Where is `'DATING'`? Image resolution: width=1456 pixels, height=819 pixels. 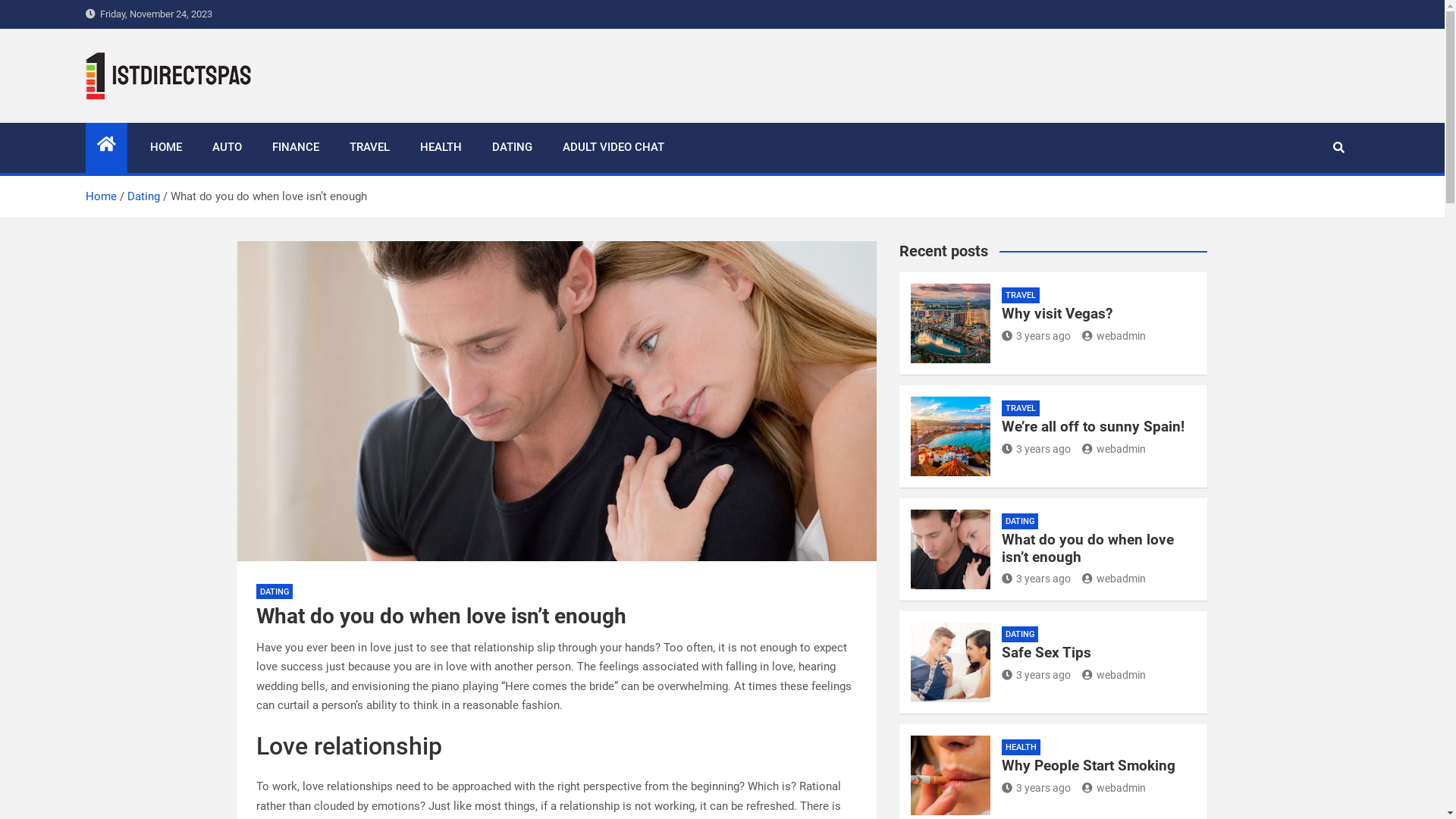
'DATING' is located at coordinates (511, 148).